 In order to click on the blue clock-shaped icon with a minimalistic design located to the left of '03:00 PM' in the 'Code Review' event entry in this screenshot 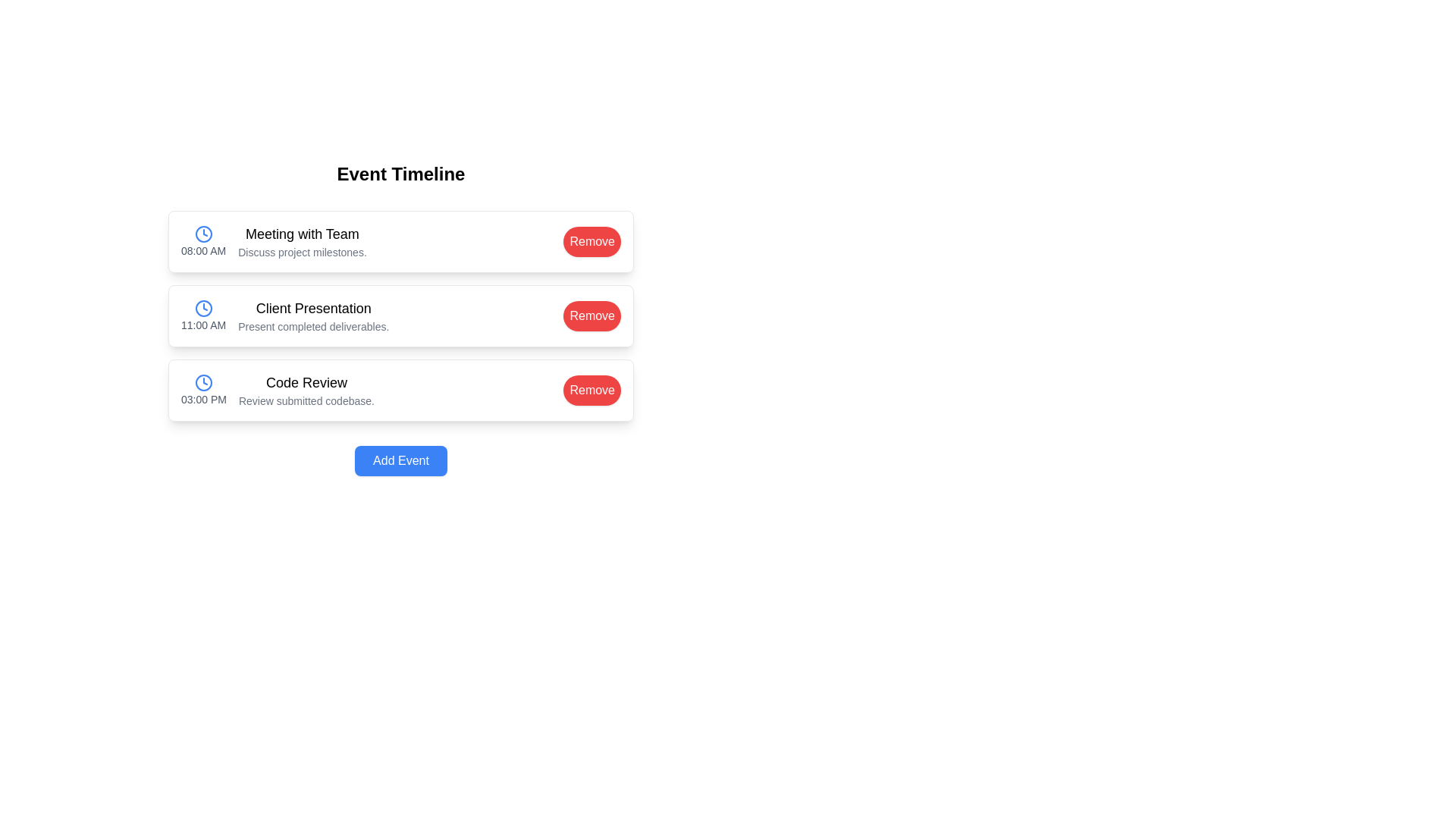, I will do `click(202, 382)`.